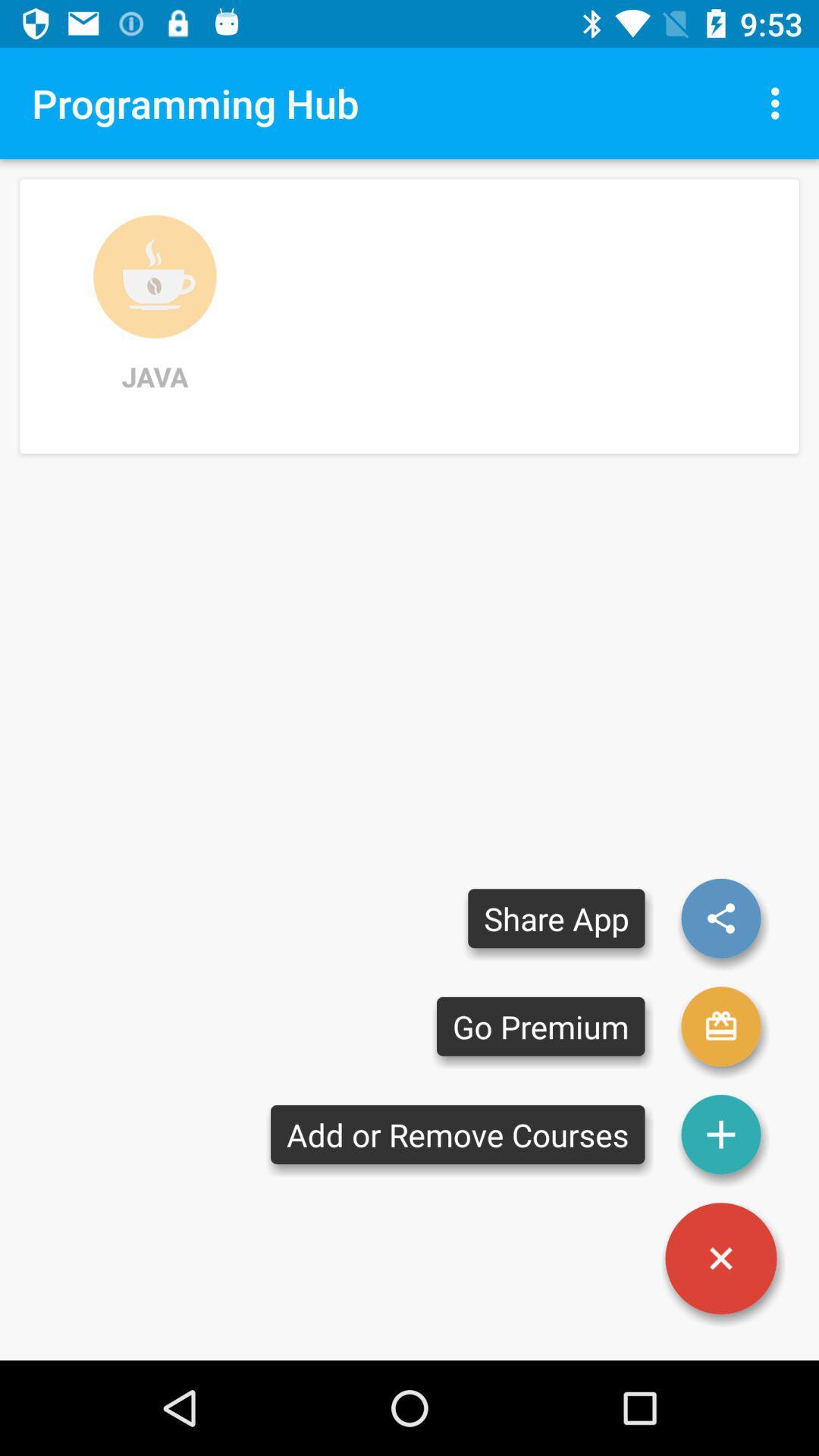  Describe the element at coordinates (556, 918) in the screenshot. I see `the item above the go premium icon` at that location.